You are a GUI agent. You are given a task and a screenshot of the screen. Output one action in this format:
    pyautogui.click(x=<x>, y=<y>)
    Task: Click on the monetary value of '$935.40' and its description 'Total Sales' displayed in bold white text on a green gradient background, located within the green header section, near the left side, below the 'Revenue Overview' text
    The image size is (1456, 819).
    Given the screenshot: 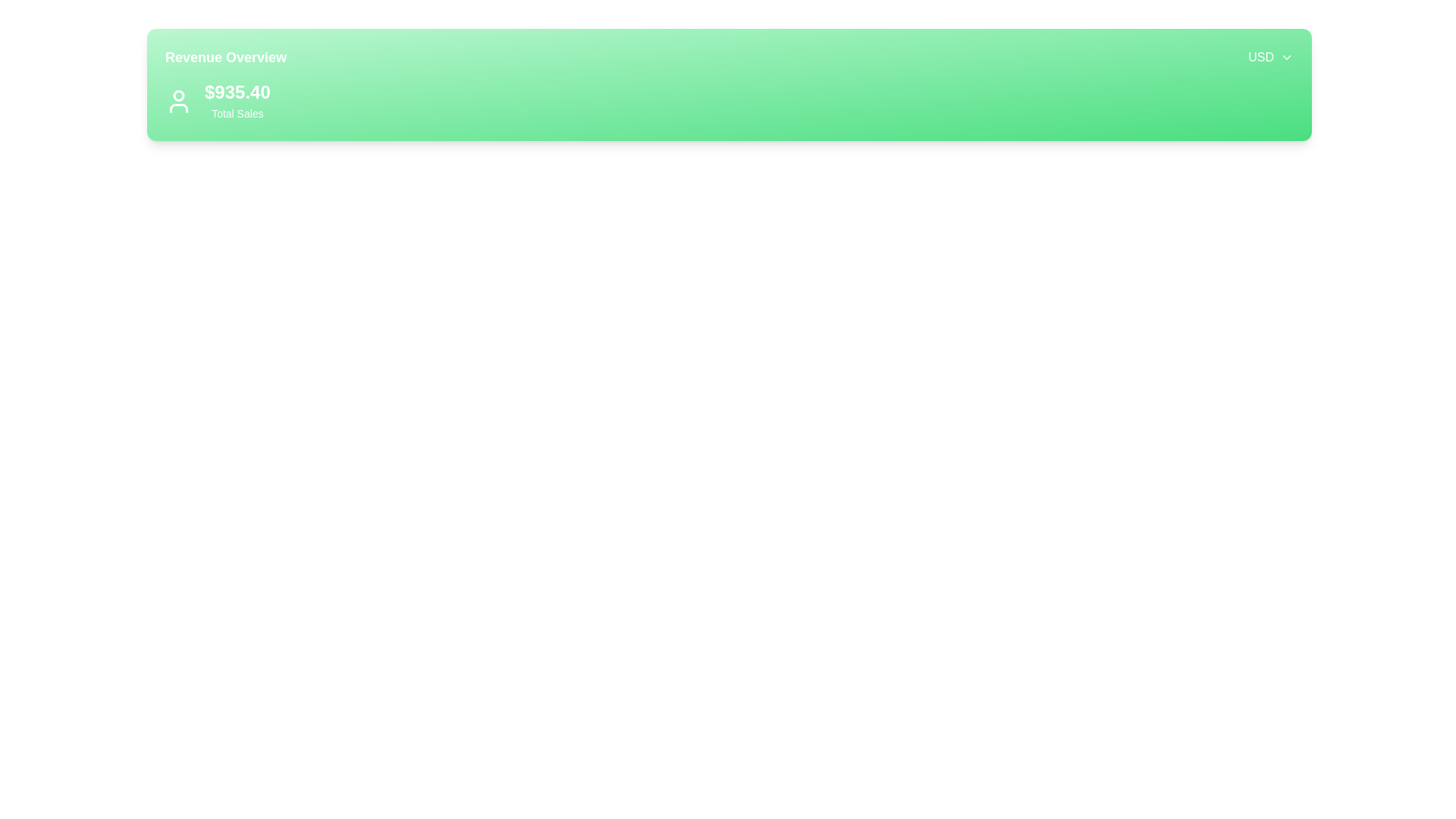 What is the action you would take?
    pyautogui.click(x=237, y=102)
    